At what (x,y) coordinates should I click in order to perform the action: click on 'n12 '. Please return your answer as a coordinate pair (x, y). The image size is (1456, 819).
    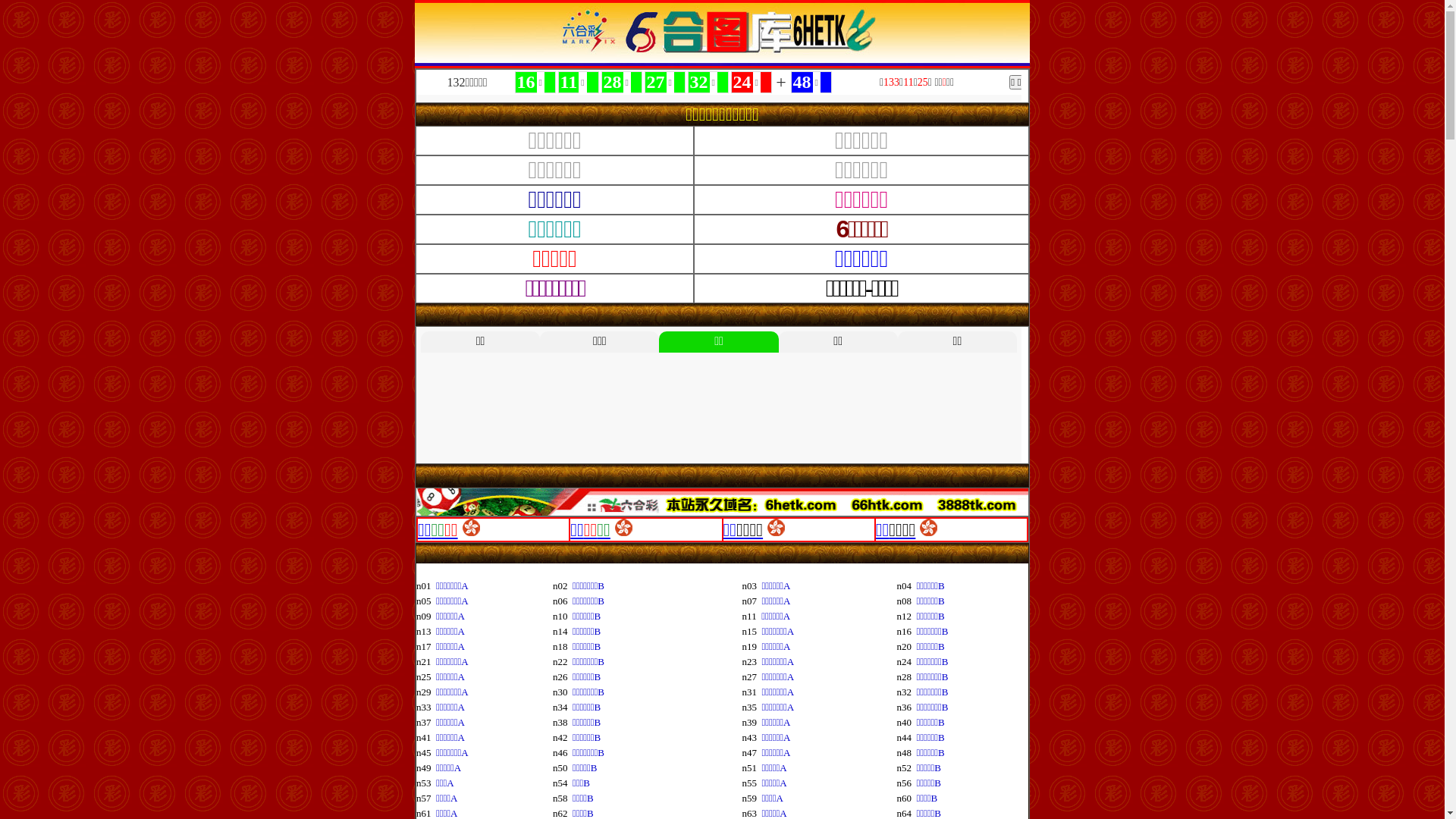
    Looking at the image, I should click on (906, 616).